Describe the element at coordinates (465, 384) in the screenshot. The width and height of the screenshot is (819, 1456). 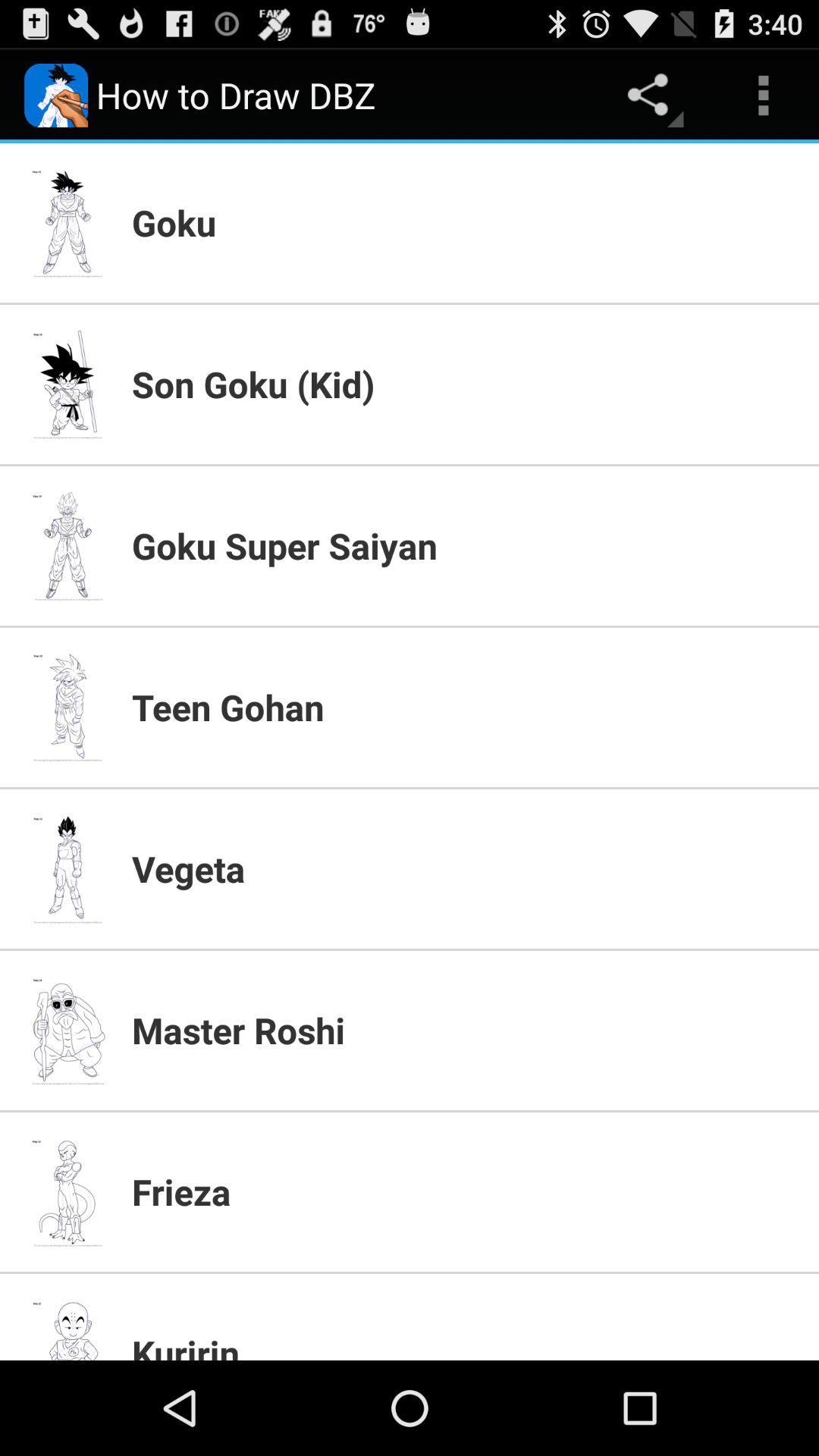
I see `item below the goku icon` at that location.